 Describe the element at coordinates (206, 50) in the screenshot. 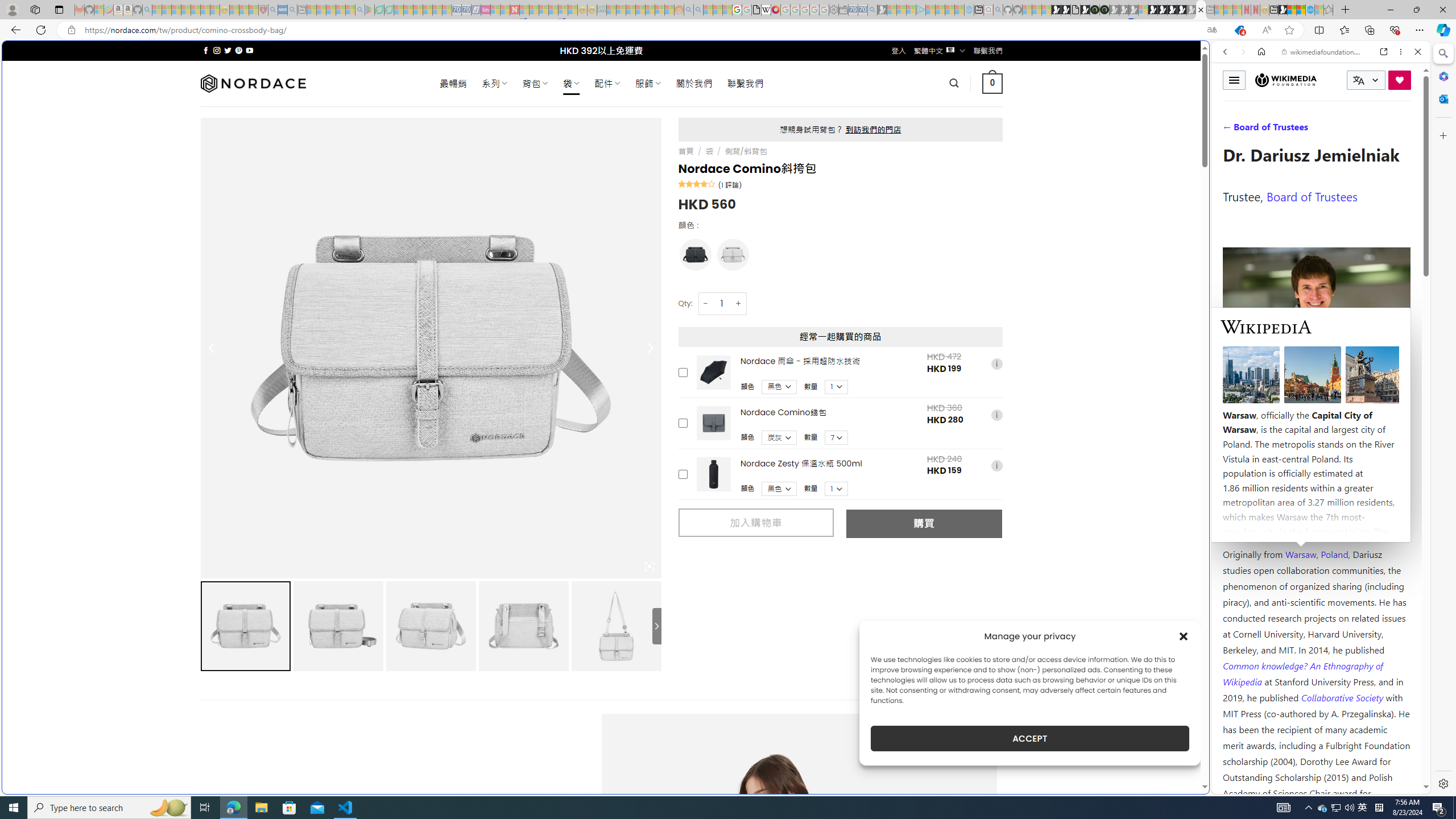

I see `'Follow on Facebook'` at that location.